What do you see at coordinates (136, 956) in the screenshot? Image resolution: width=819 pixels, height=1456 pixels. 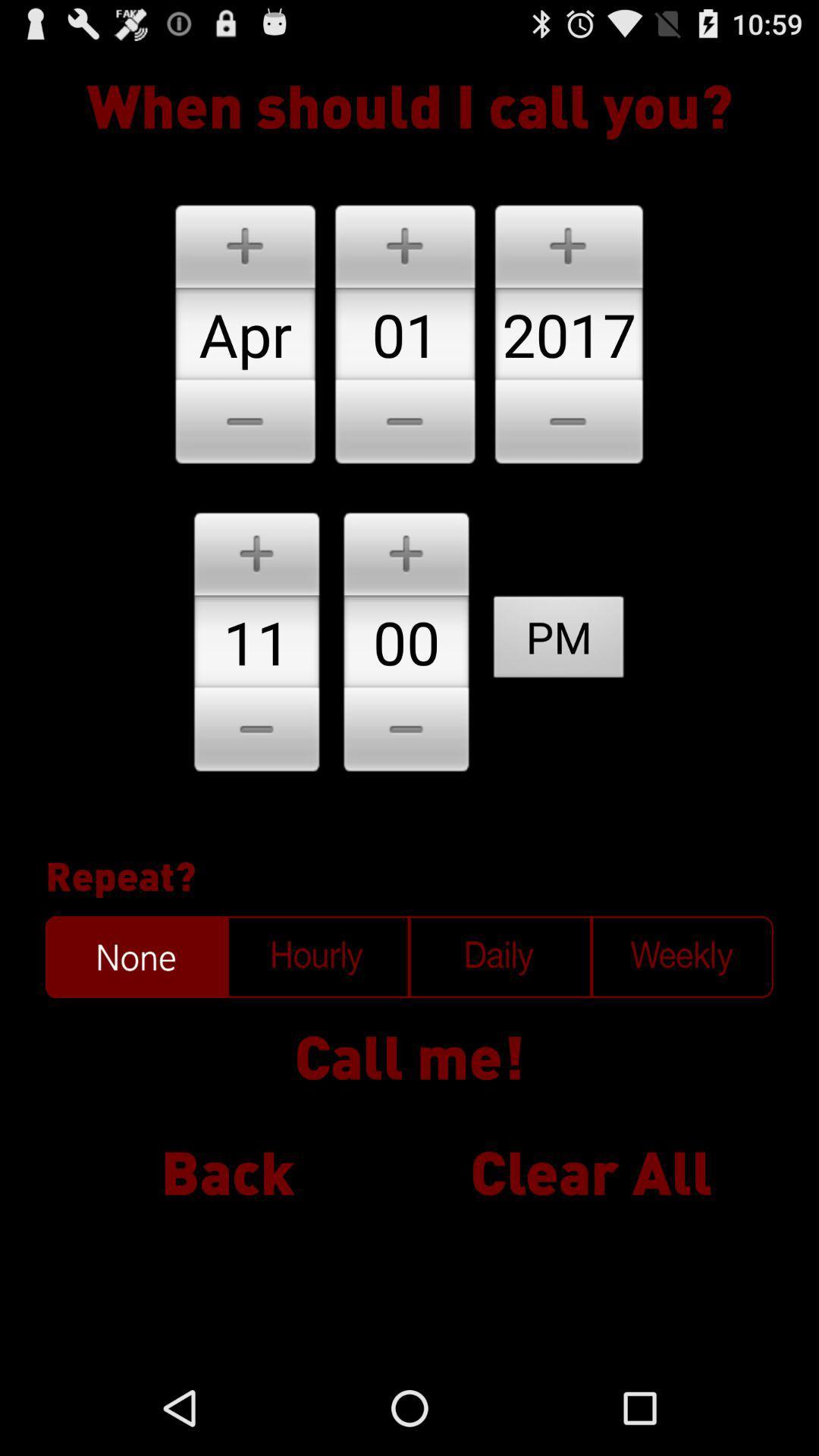 I see `function to select frequency of call none is currently selected` at bounding box center [136, 956].